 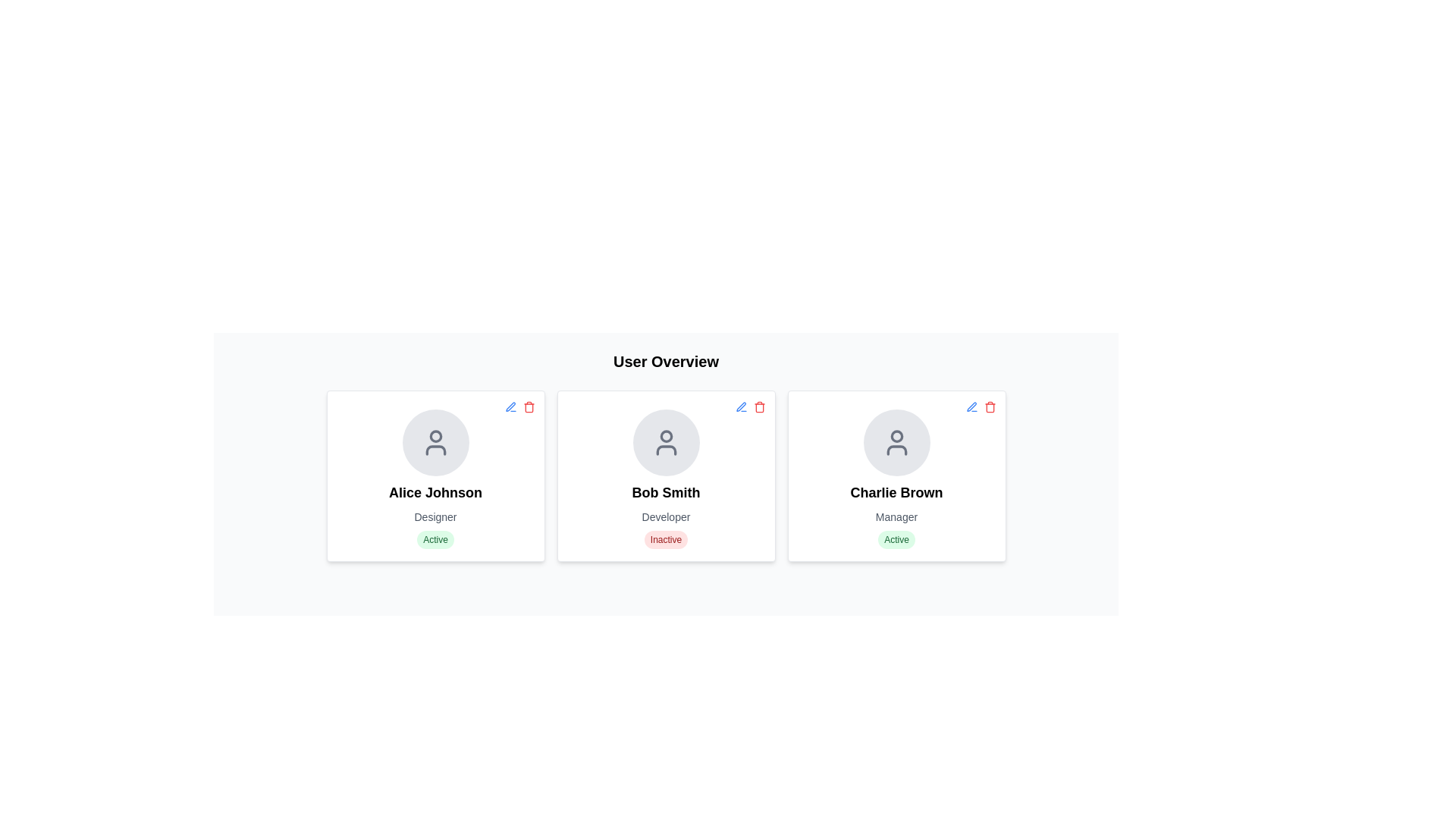 I want to click on the 'Active' badge with a green background and rounded borders, located below the 'Designer' text in the 'User Overview' section for 'Alice Johnson', so click(x=435, y=539).